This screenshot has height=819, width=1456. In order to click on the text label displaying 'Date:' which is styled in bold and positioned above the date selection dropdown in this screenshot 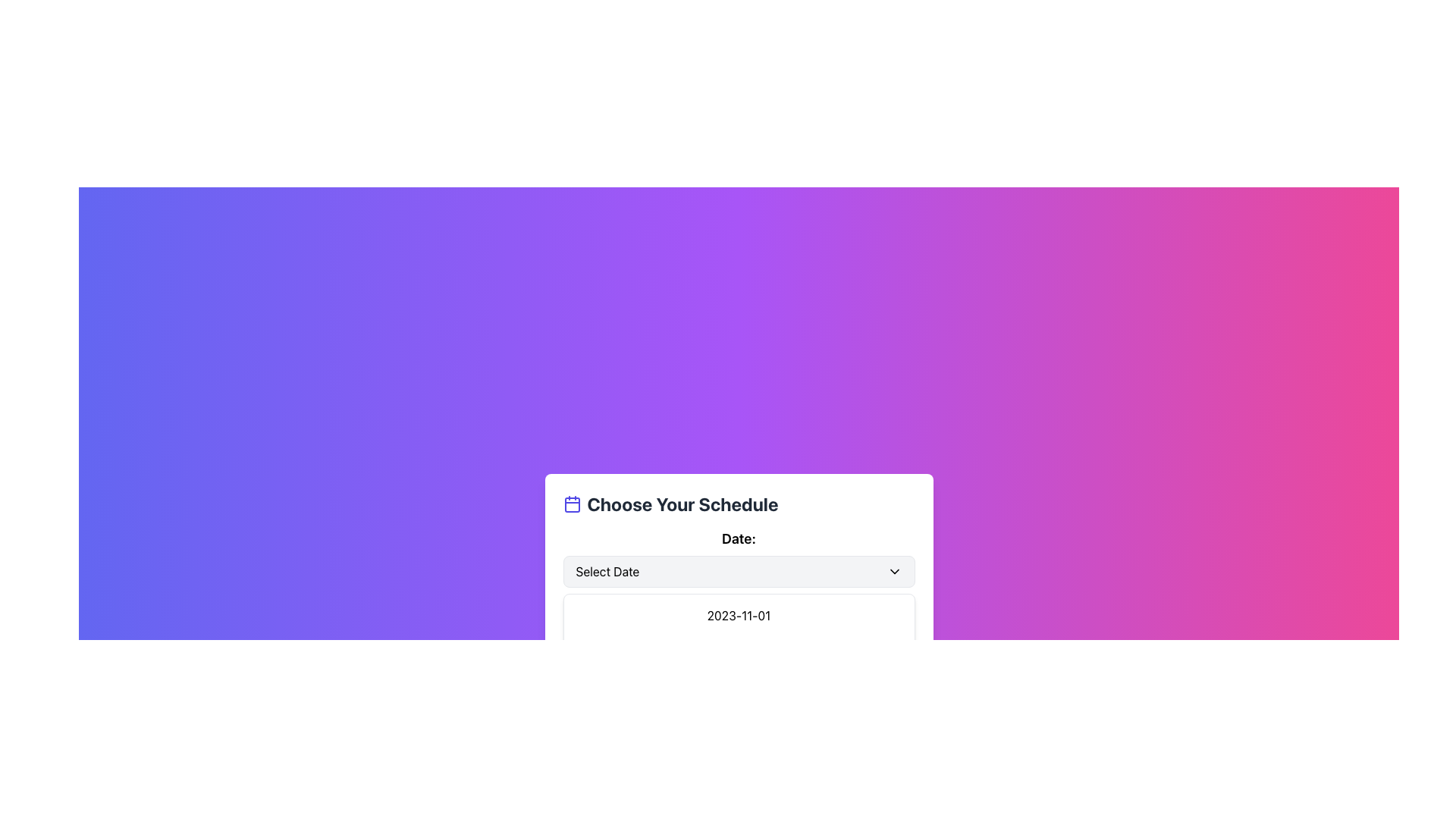, I will do `click(739, 538)`.